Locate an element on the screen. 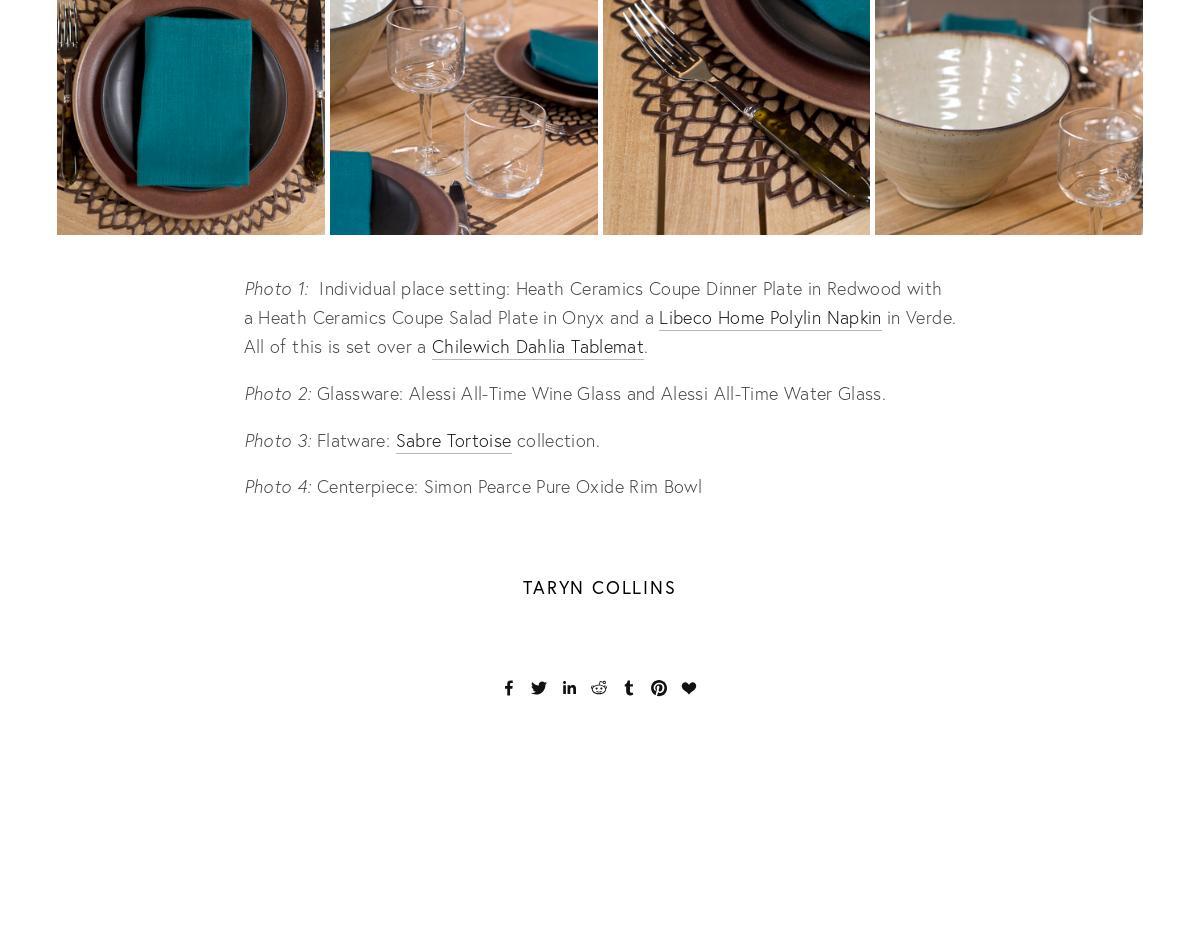 This screenshot has height=950, width=1200. 'Photo 2:' is located at coordinates (275, 390).